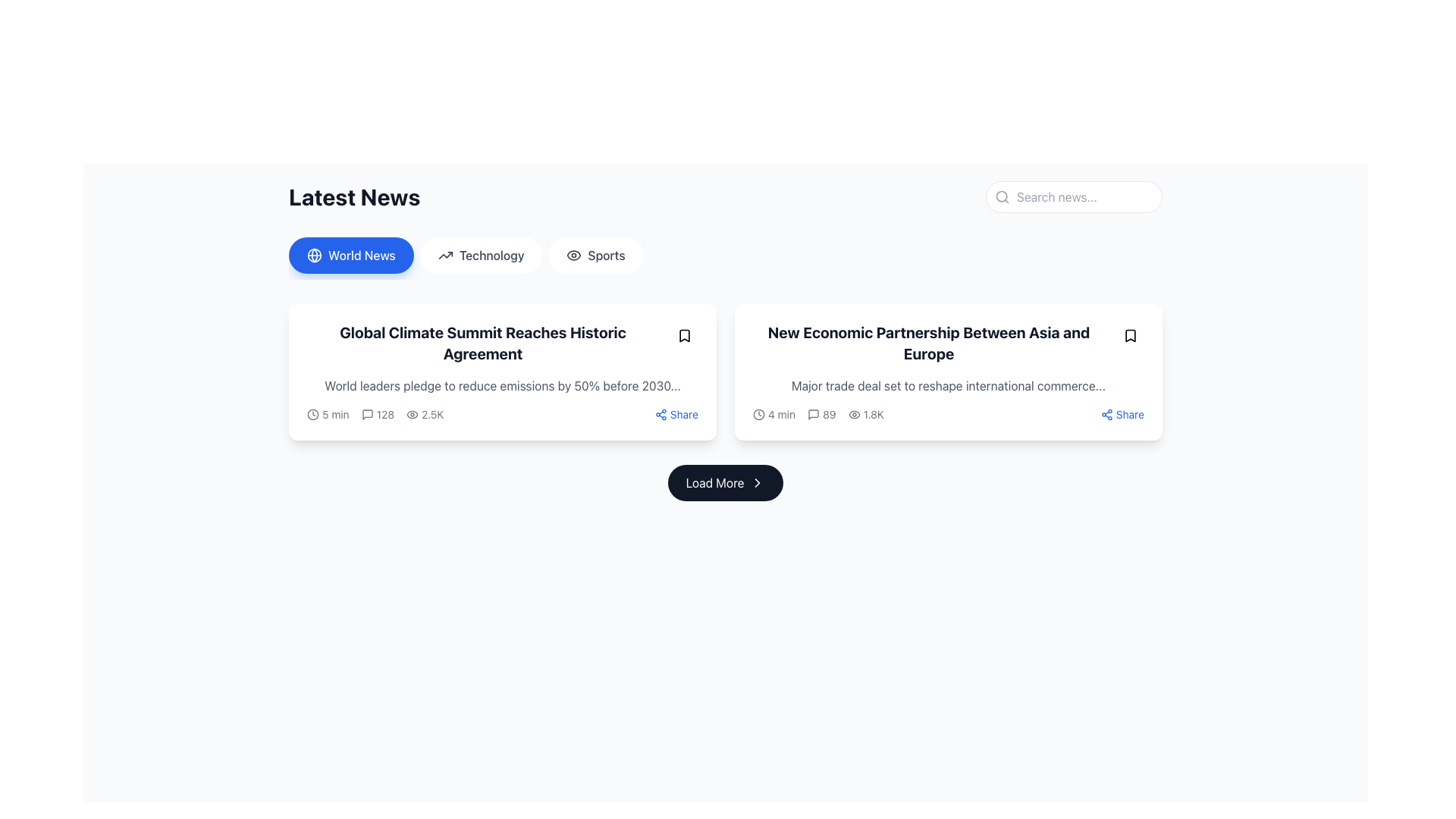  I want to click on the bookmark button located in the top-right corner of the 'Global Climate Summit Reaches Historic Agreement' card, so click(683, 335).